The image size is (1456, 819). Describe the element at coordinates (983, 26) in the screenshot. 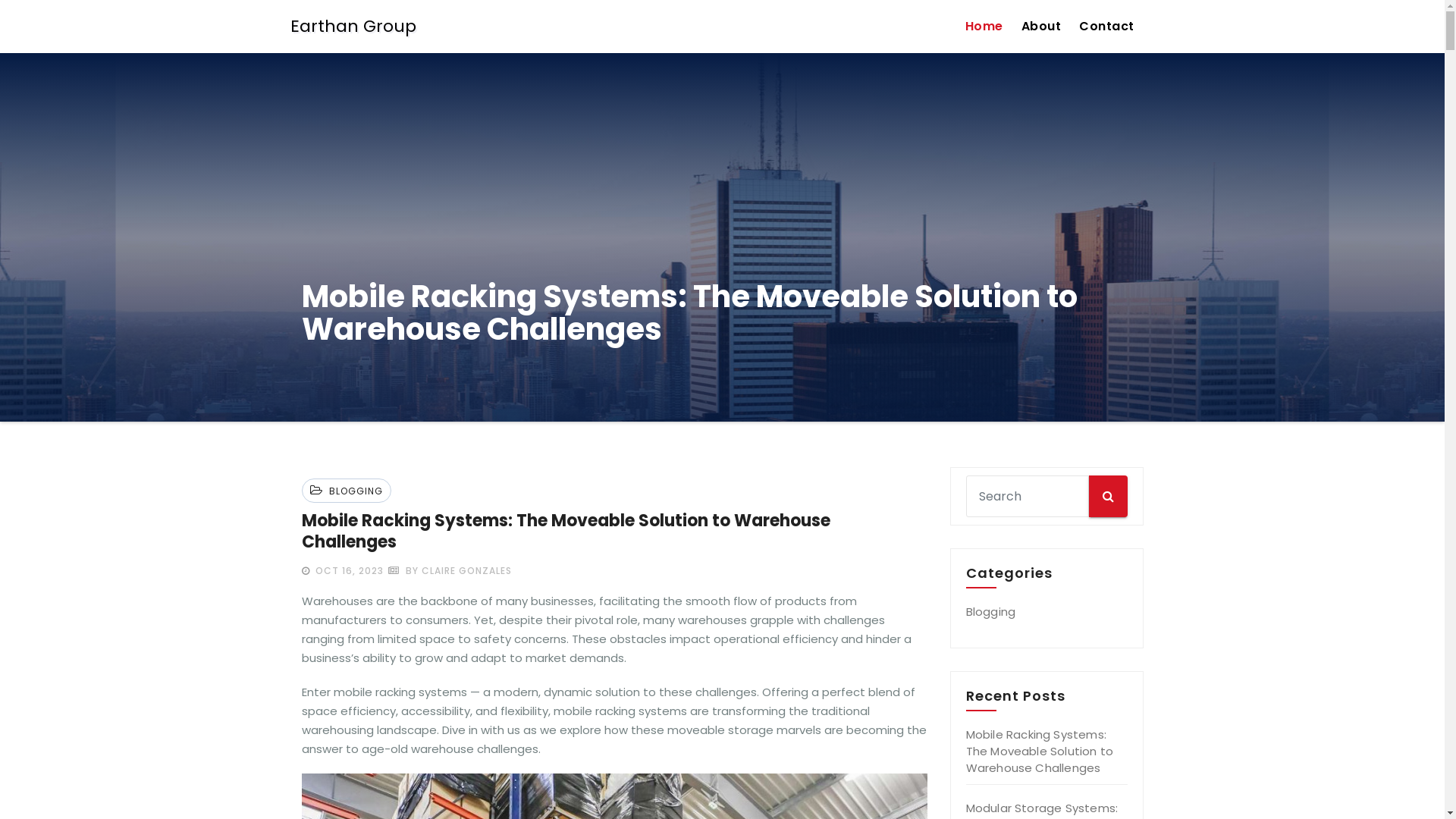

I see `'Home'` at that location.